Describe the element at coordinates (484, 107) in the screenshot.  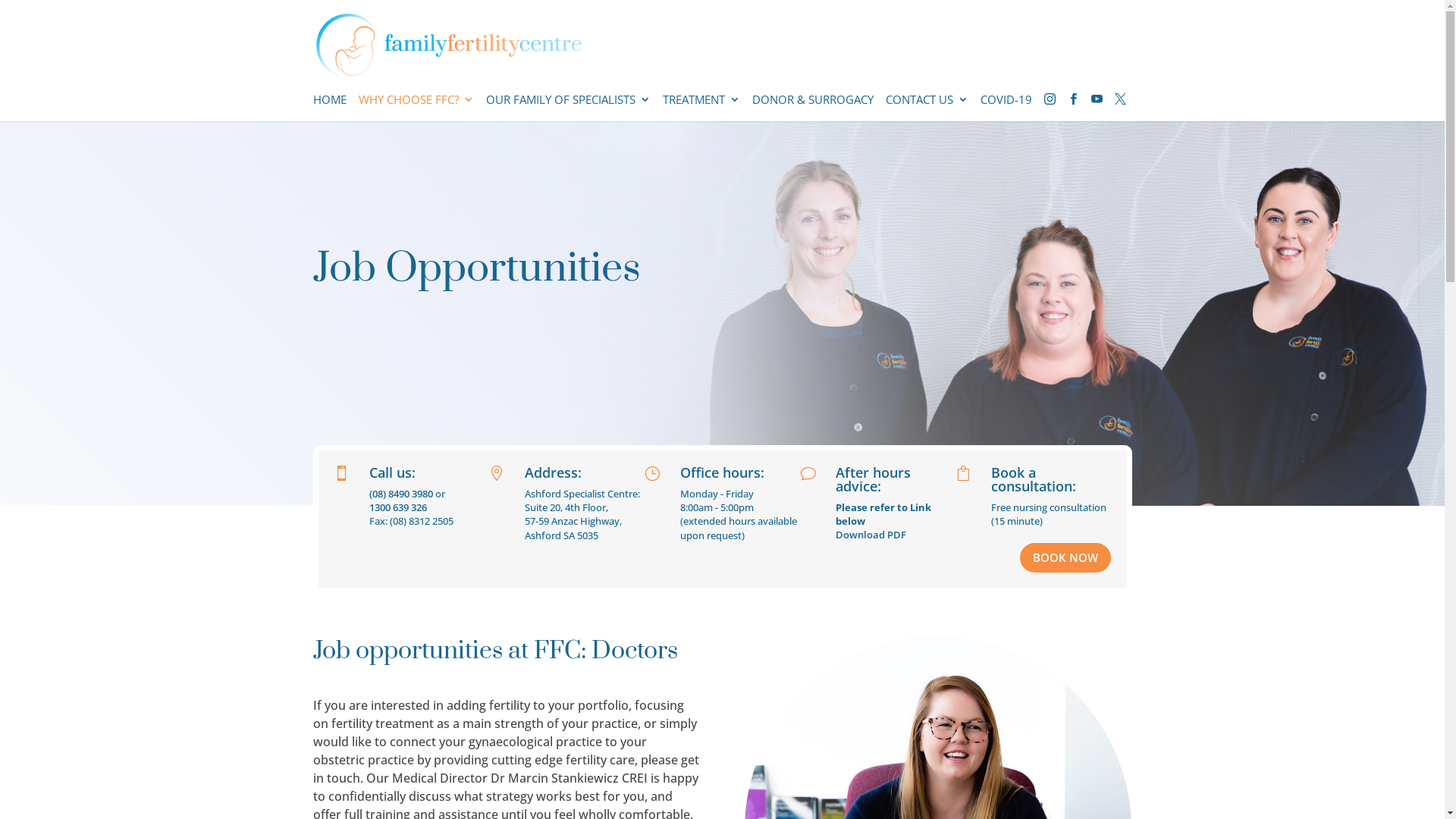
I see `'OUR FAMILY OF SPECIALISTS'` at that location.